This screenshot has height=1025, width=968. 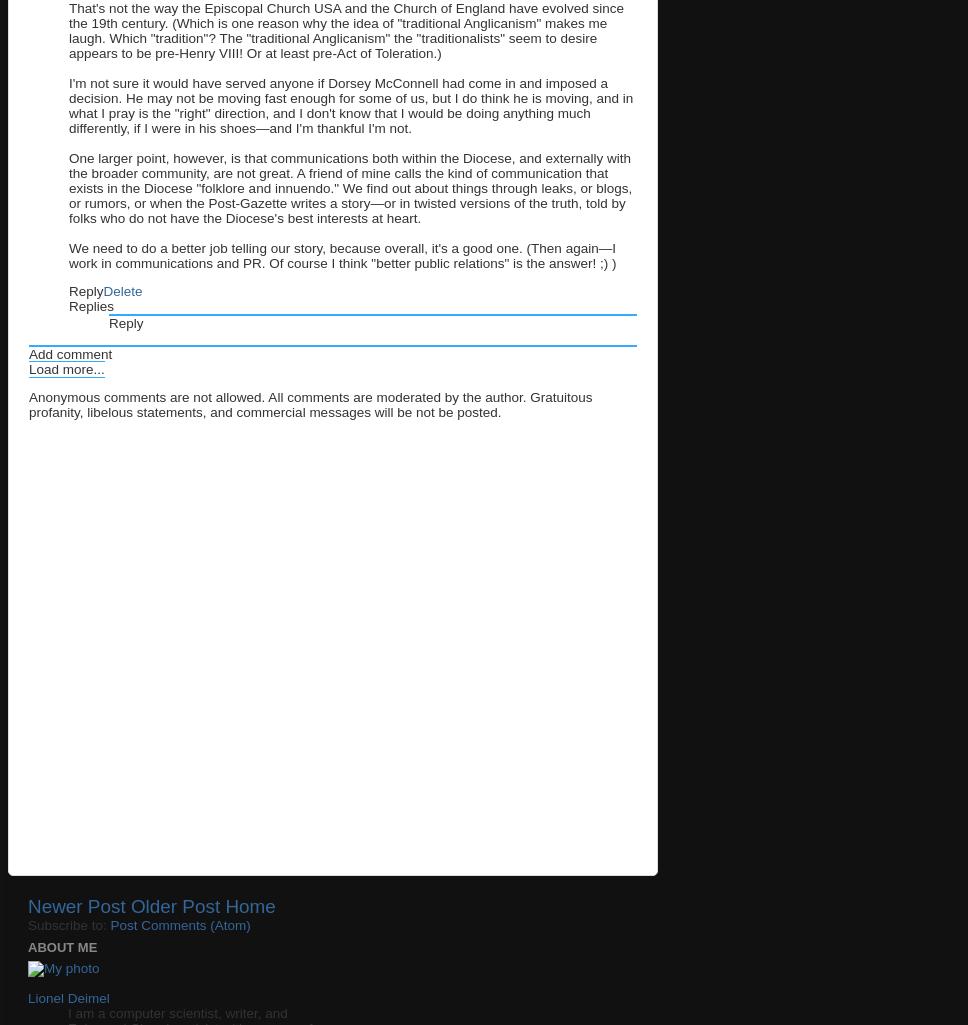 What do you see at coordinates (27, 924) in the screenshot?
I see `'Subscribe to:'` at bounding box center [27, 924].